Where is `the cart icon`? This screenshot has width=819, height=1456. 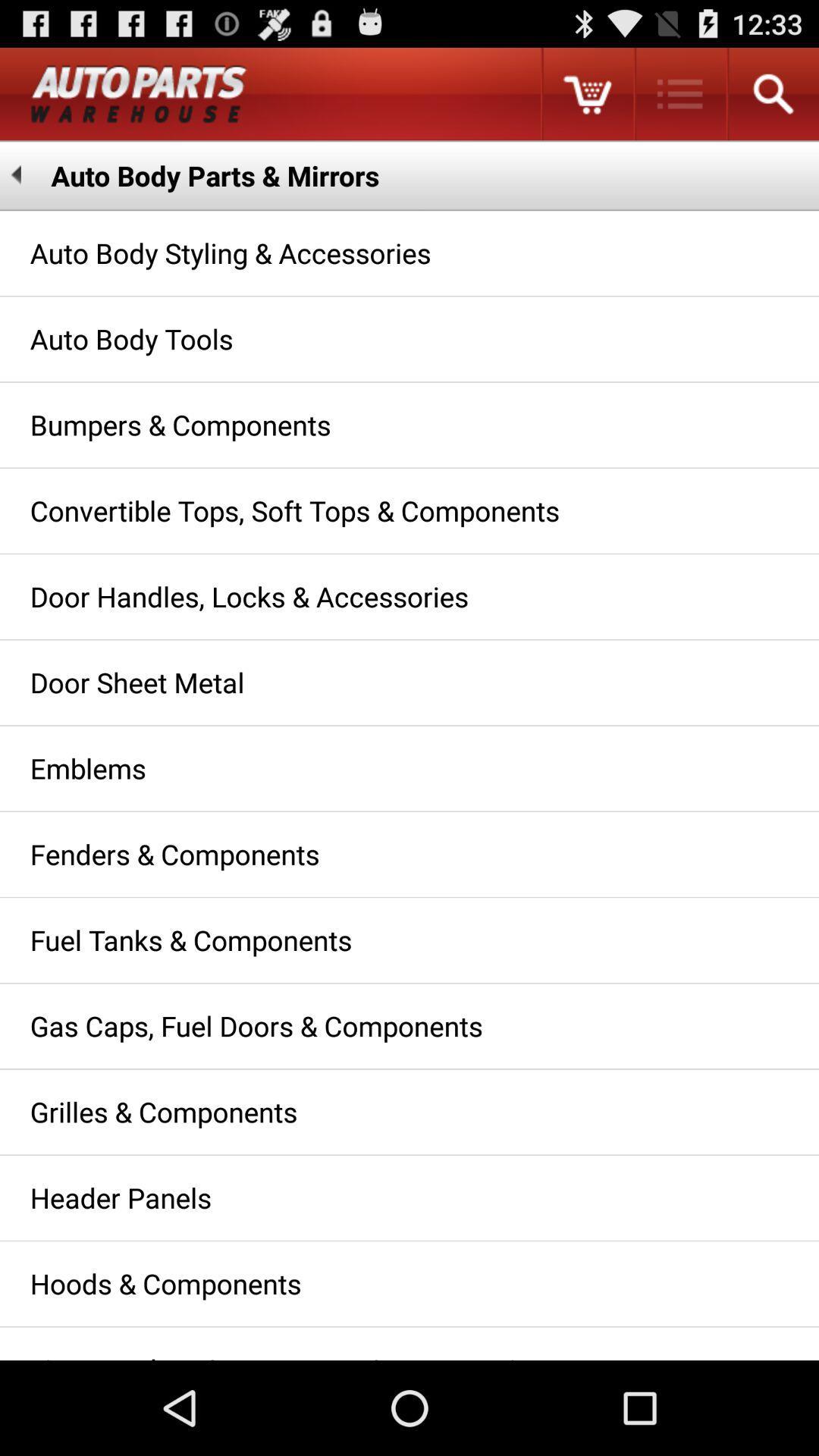 the cart icon is located at coordinates (586, 99).